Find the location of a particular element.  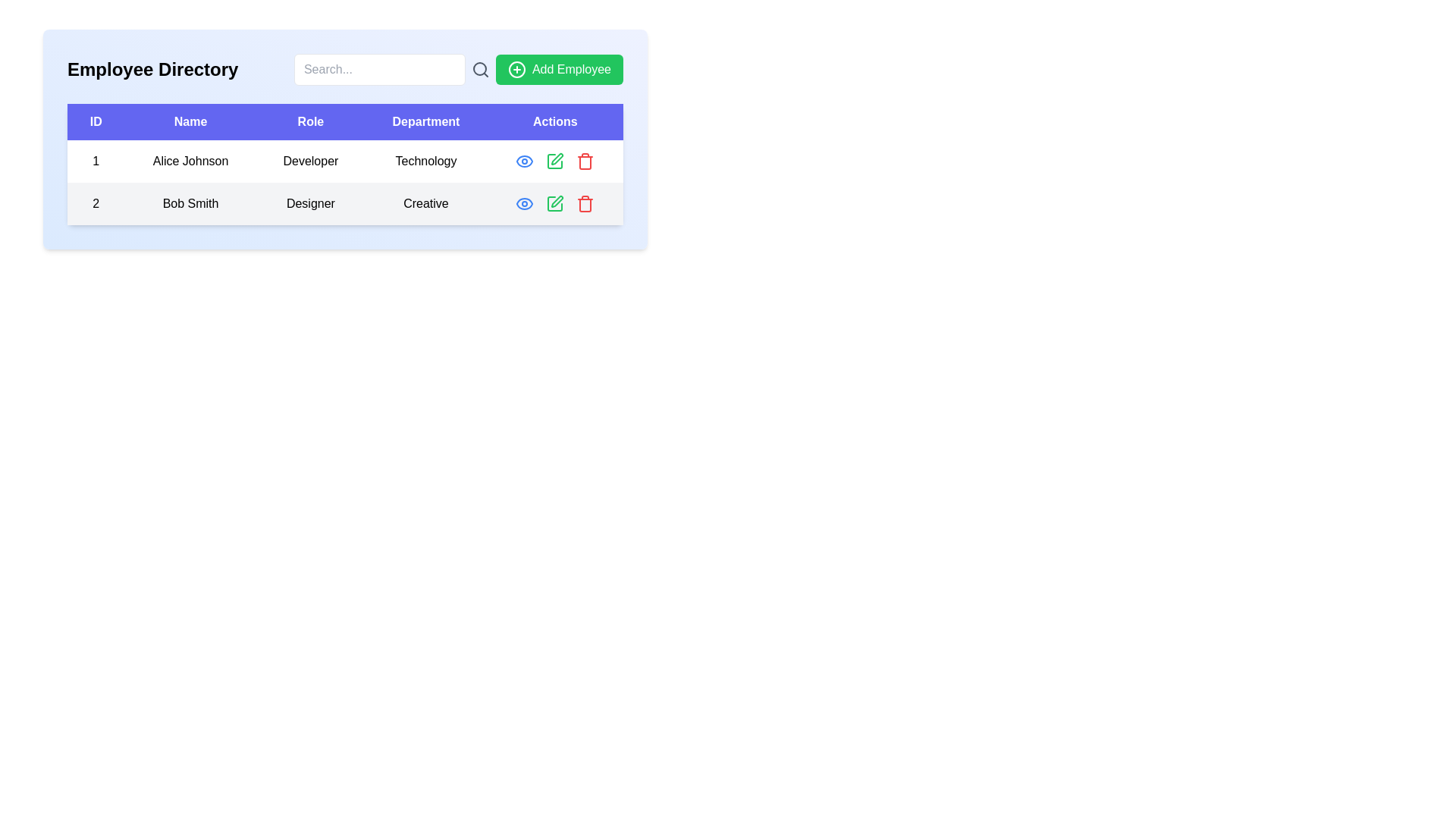

the Text element displaying the name 'Alice Johnson' in the second column of the first row in the employee directory table is located at coordinates (190, 161).